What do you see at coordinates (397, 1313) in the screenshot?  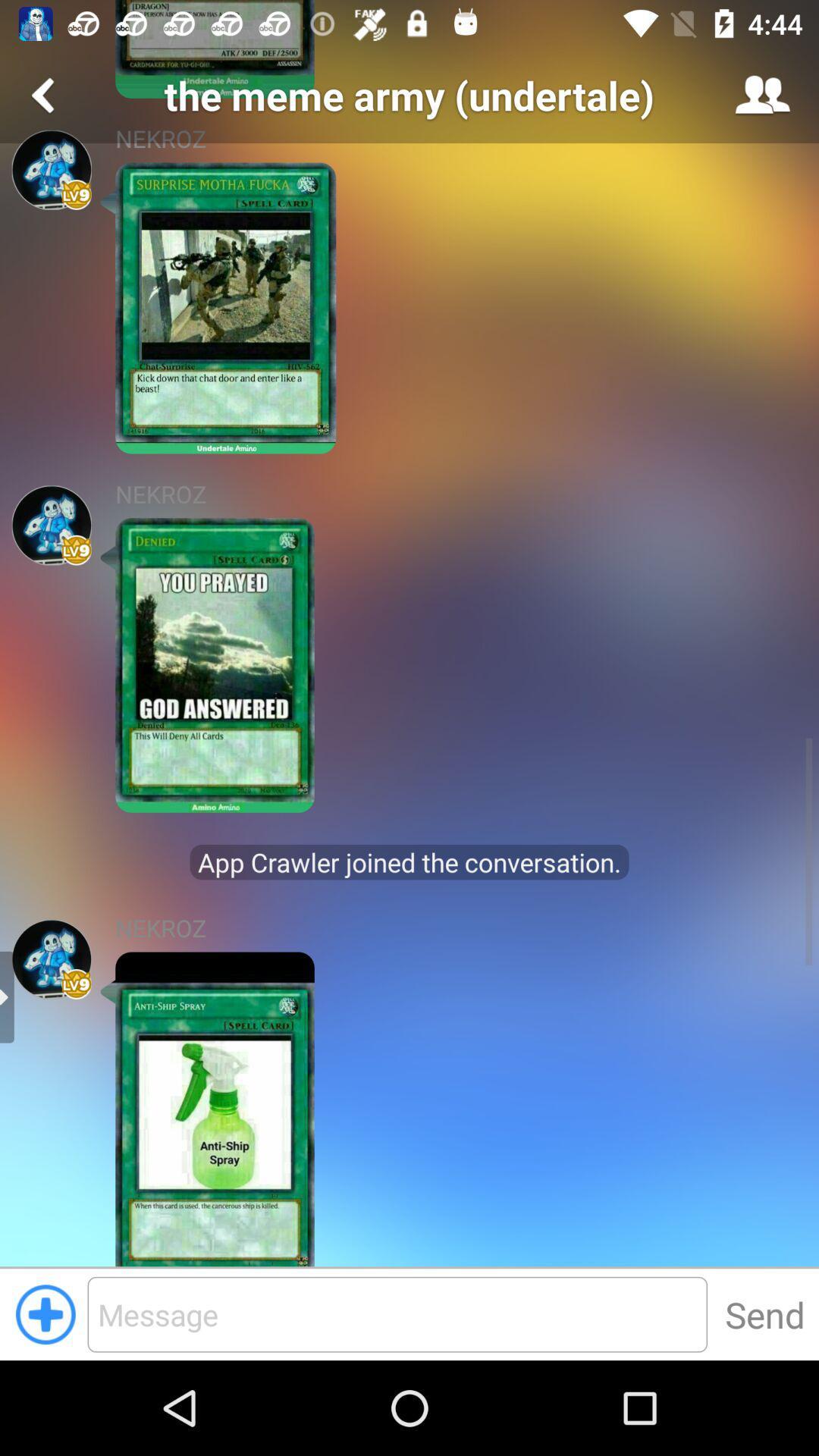 I see `message entering box` at bounding box center [397, 1313].